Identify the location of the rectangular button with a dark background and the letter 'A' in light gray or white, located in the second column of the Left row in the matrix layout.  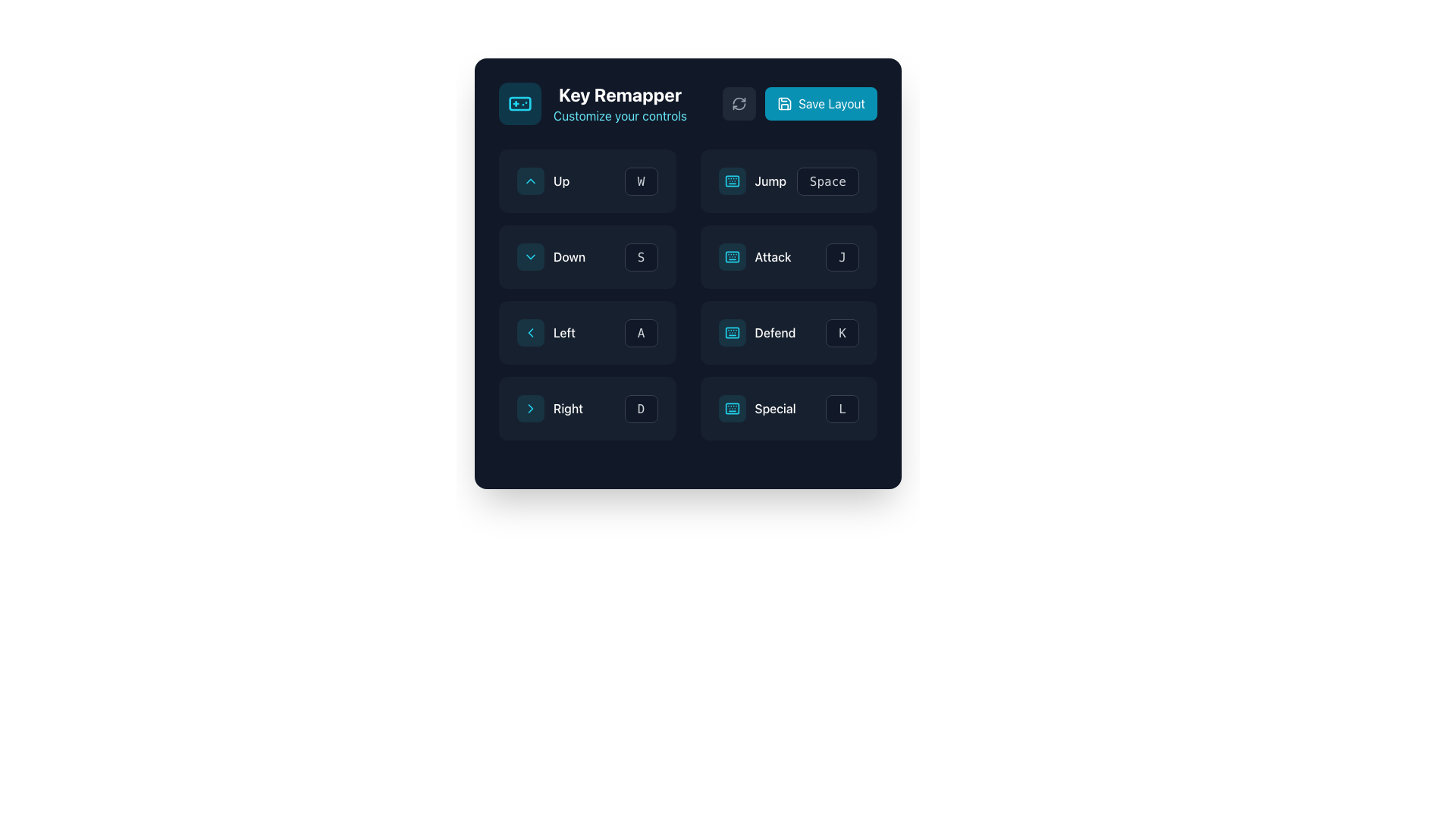
(641, 332).